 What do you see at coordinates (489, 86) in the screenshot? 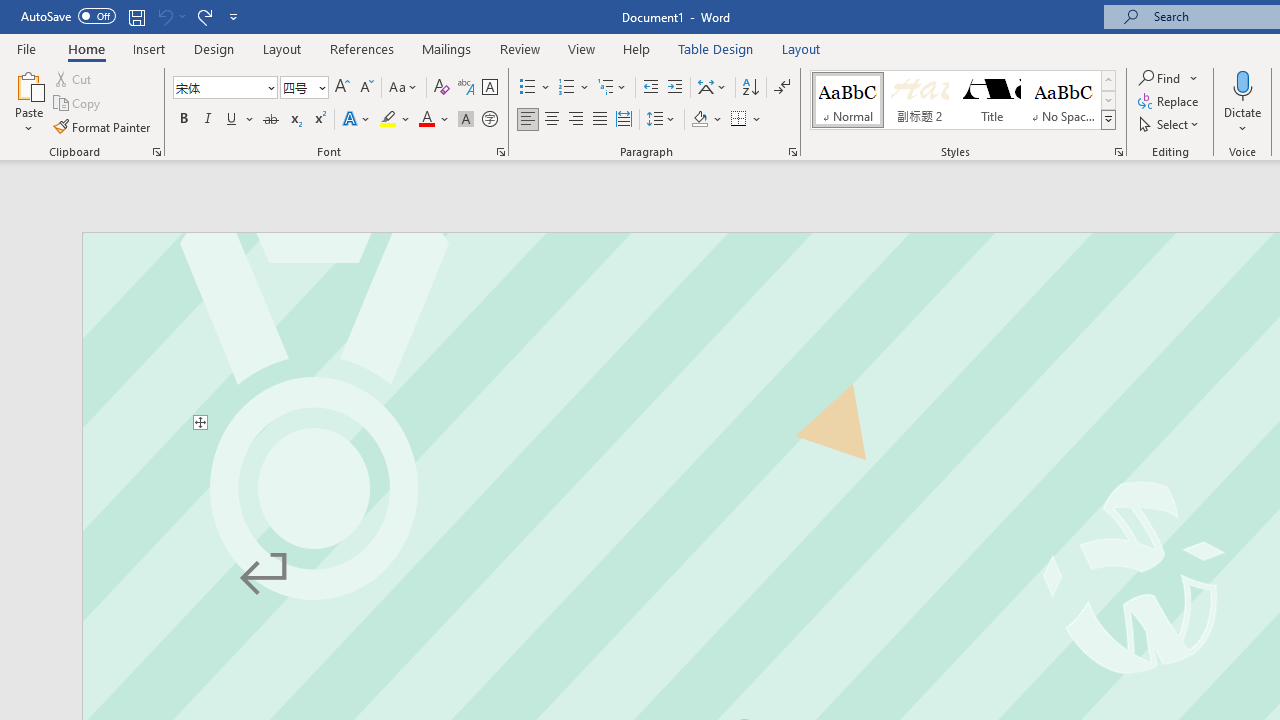
I see `'Character Border'` at bounding box center [489, 86].